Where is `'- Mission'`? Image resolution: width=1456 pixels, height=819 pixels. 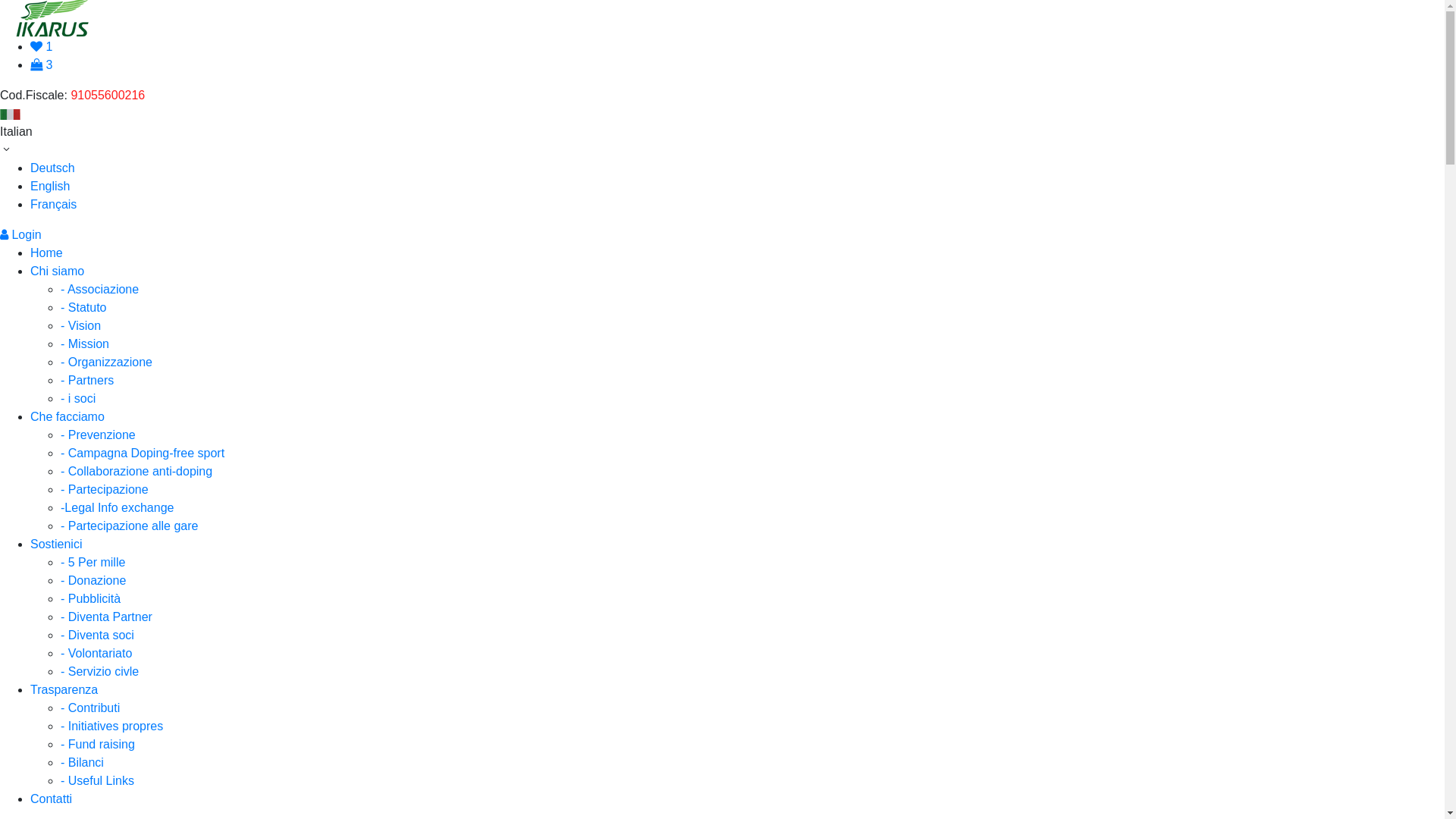 '- Mission' is located at coordinates (61, 344).